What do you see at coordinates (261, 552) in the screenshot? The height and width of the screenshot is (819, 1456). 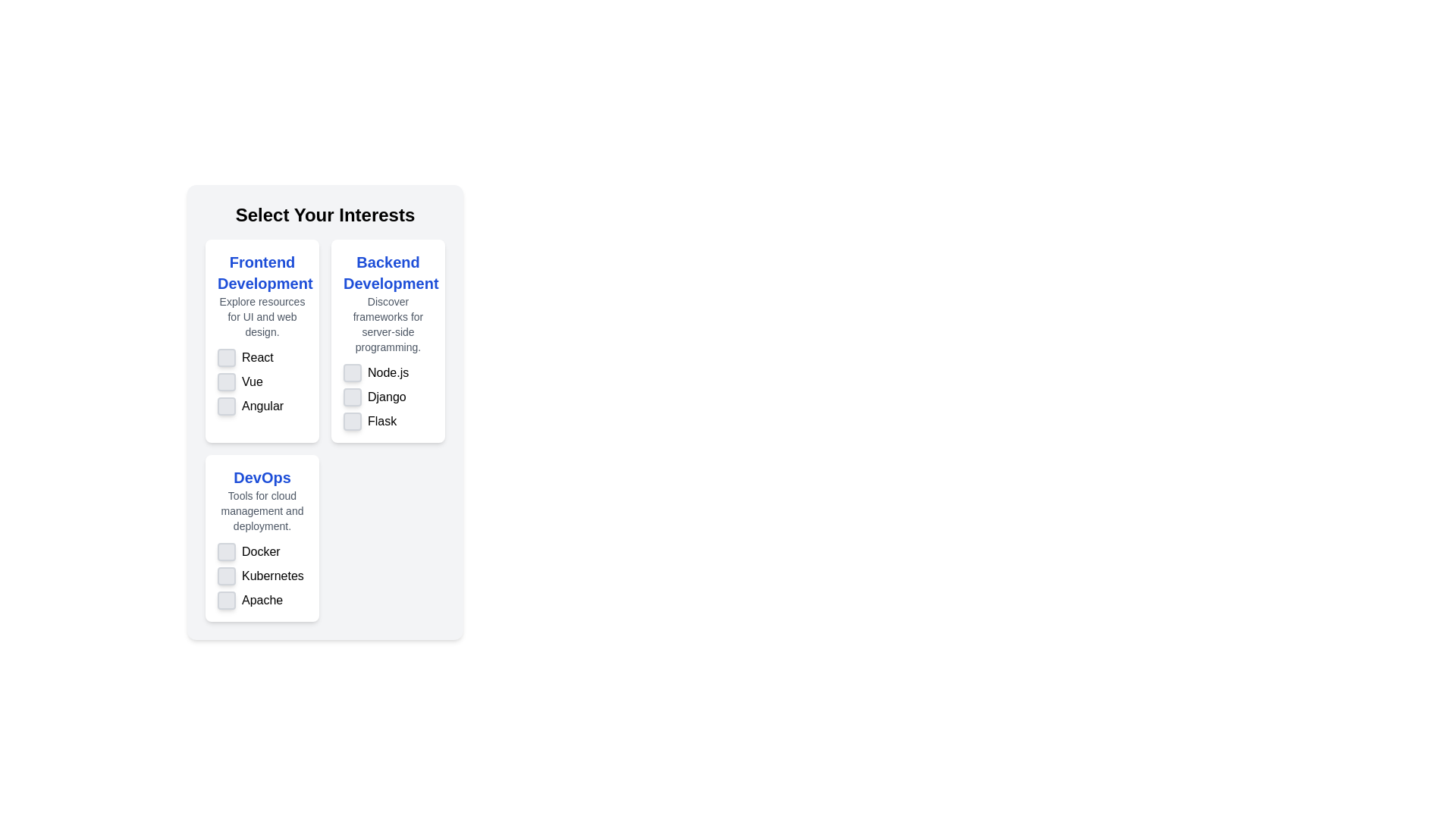 I see `text content of the static label displaying 'Docker', which is located in the bottom-left column under the 'DevOps' category, next to its associated checkbox` at bounding box center [261, 552].